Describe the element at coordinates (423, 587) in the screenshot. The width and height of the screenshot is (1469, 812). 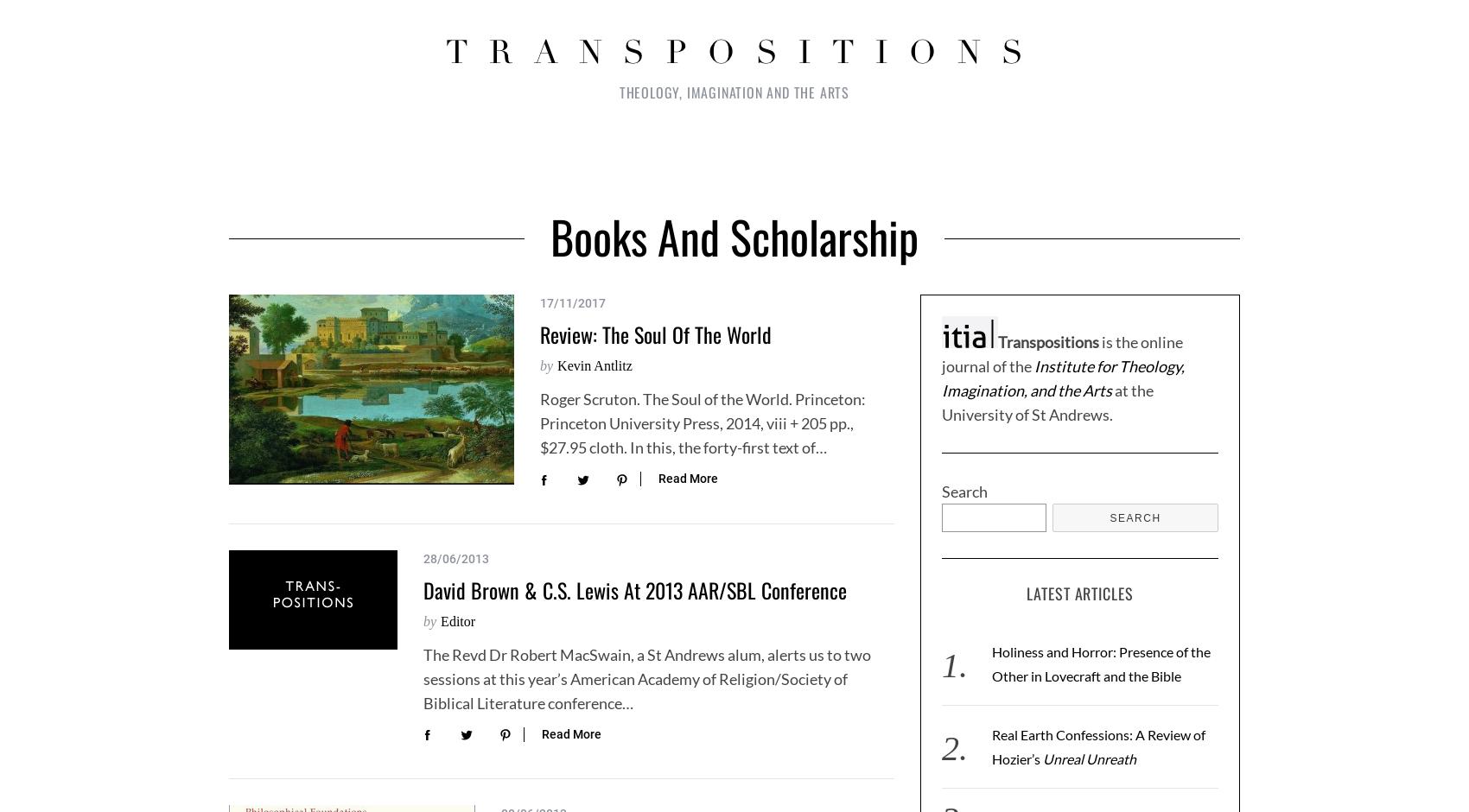
I see `'David Brown & C.S. Lewis at 2013 AAR/SBL Conference'` at that location.